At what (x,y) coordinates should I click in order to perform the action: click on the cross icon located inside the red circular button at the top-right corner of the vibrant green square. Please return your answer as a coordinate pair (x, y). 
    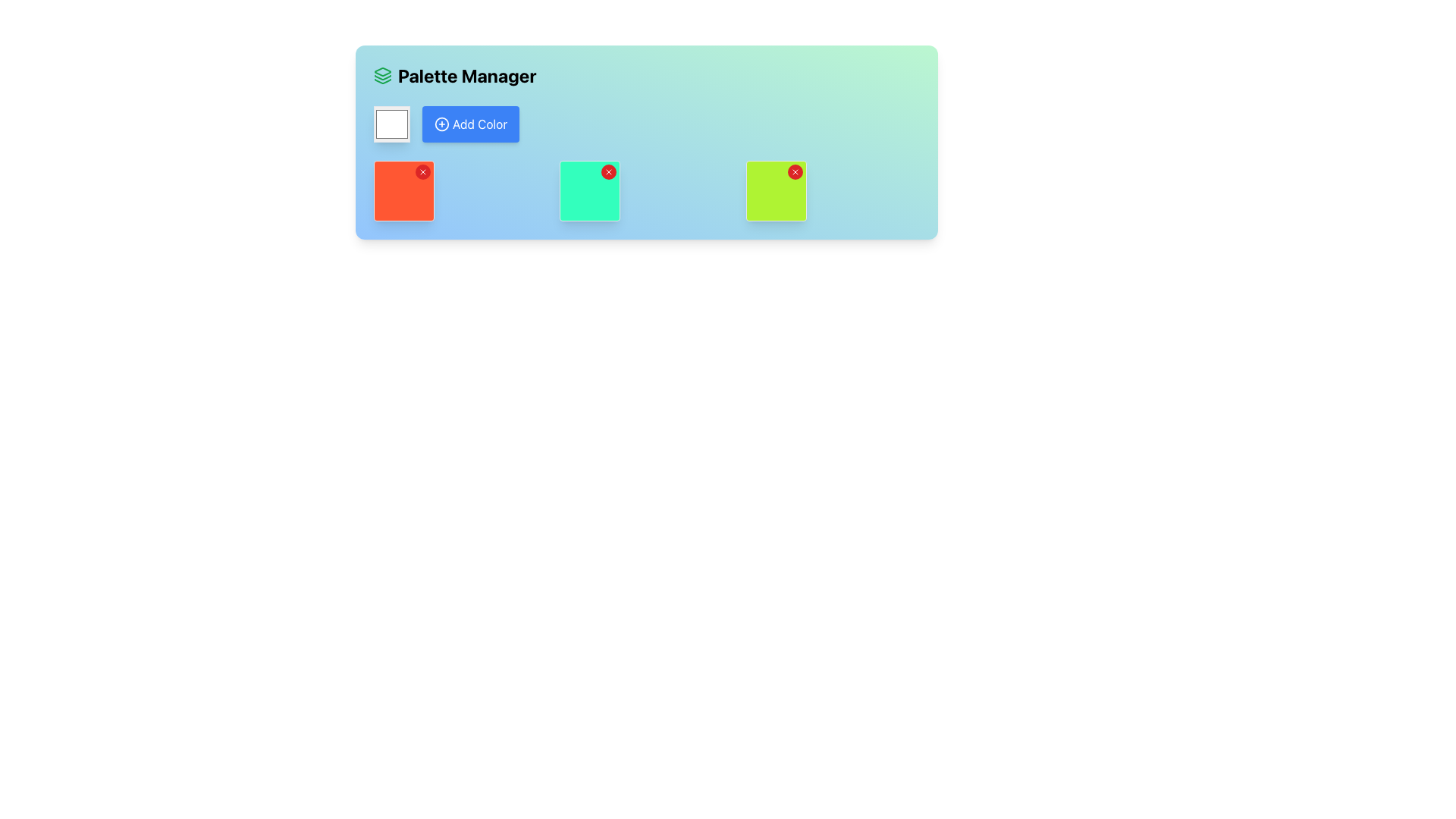
    Looking at the image, I should click on (794, 171).